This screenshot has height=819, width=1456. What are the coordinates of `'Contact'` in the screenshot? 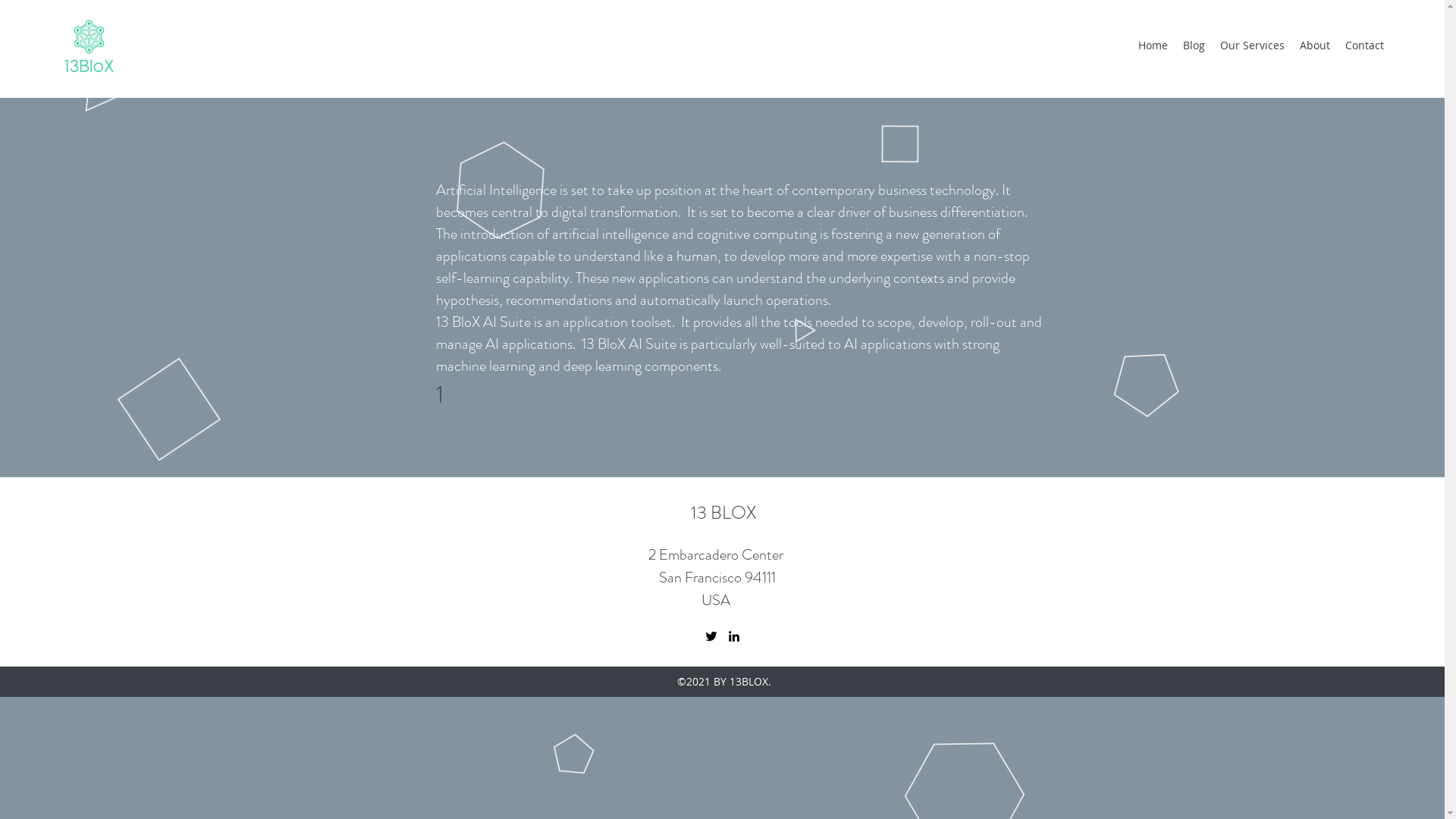 It's located at (1364, 45).